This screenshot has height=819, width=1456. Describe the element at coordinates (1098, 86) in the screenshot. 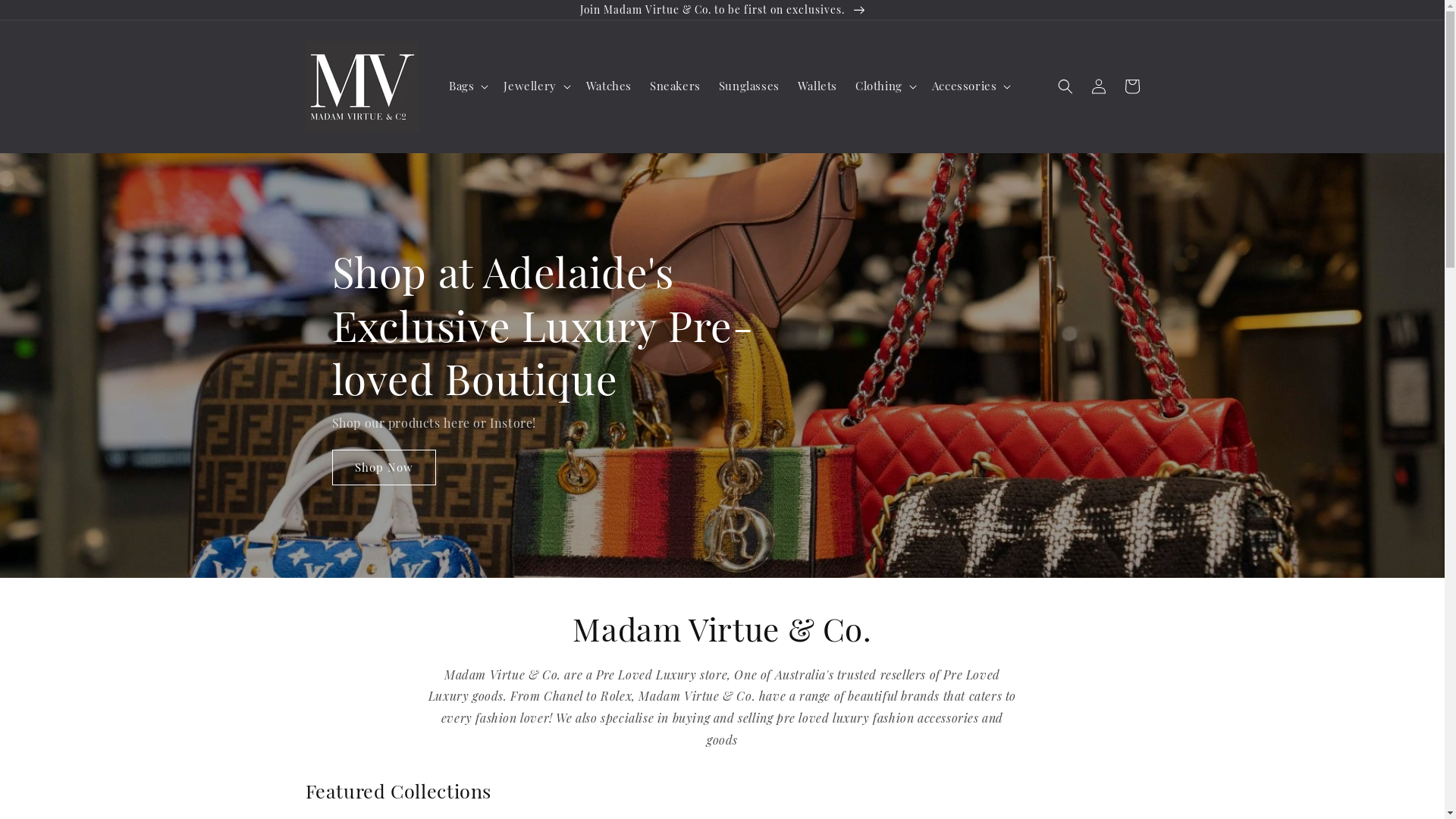

I see `'Log in'` at that location.